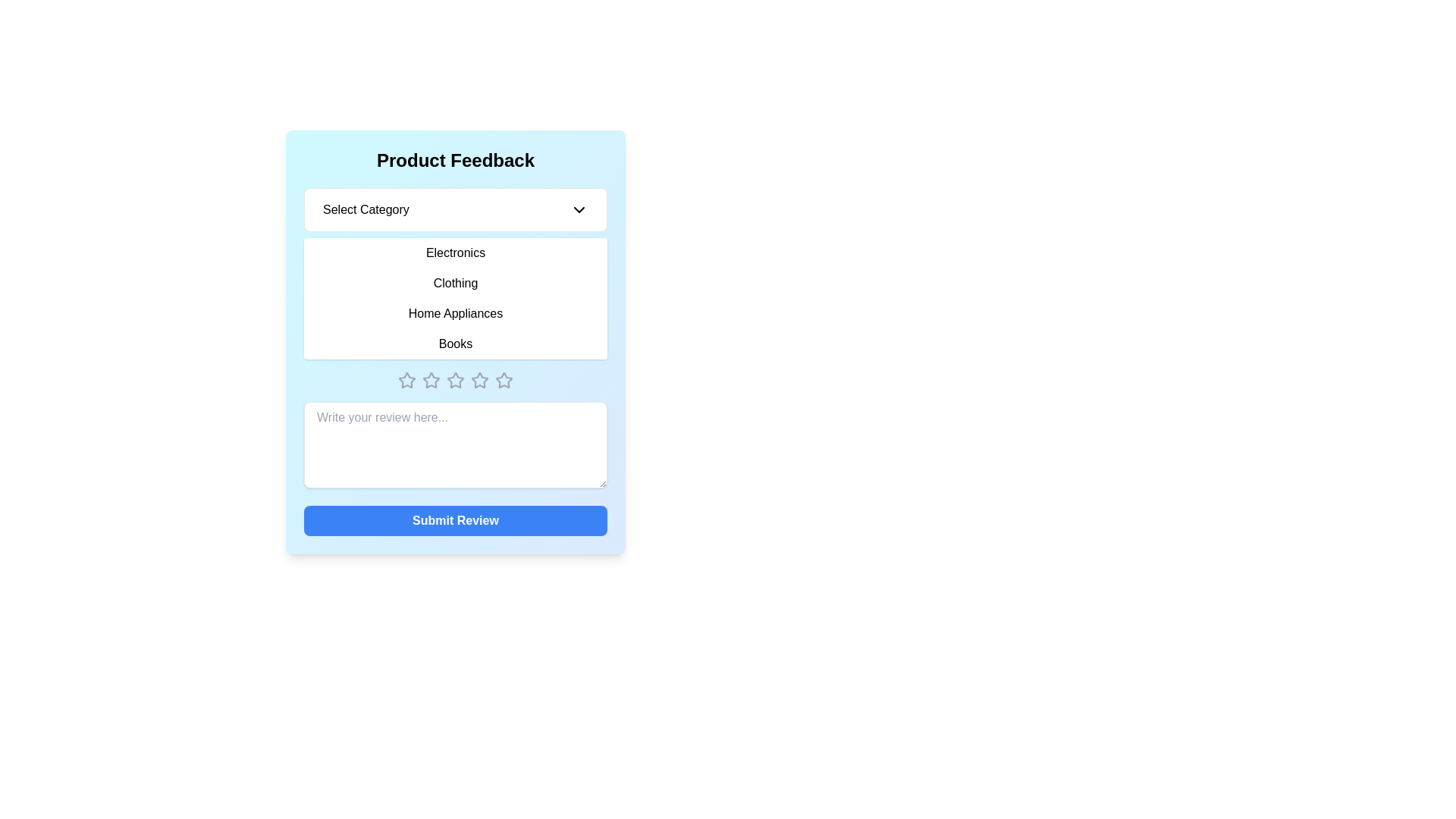 The height and width of the screenshot is (819, 1456). I want to click on the third star icon in a horizontal row of five stars, which is part of a rating system, to trigger interaction effects, so click(431, 379).